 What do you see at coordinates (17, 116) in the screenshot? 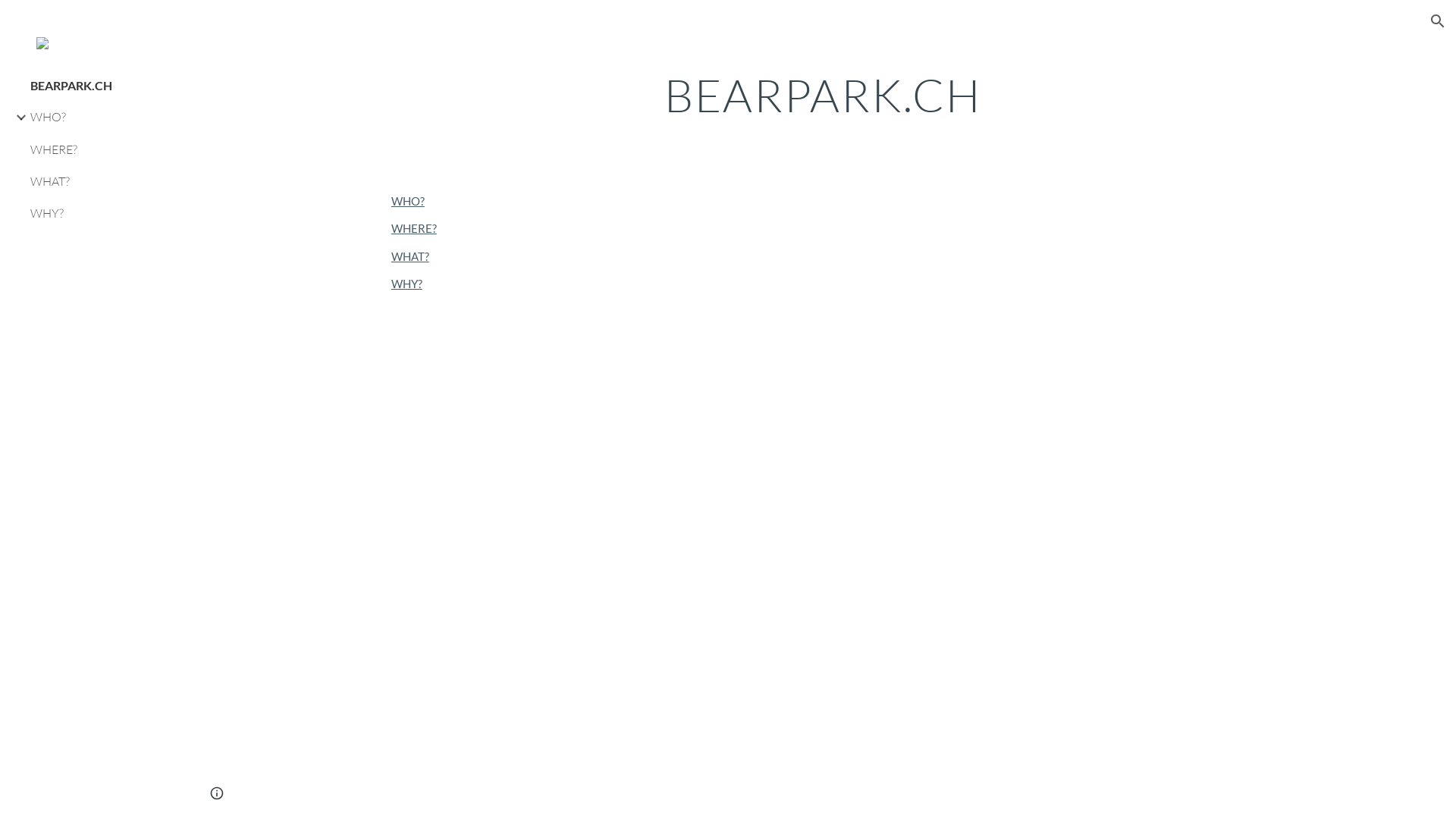
I see `'Expand/Collapse'` at bounding box center [17, 116].